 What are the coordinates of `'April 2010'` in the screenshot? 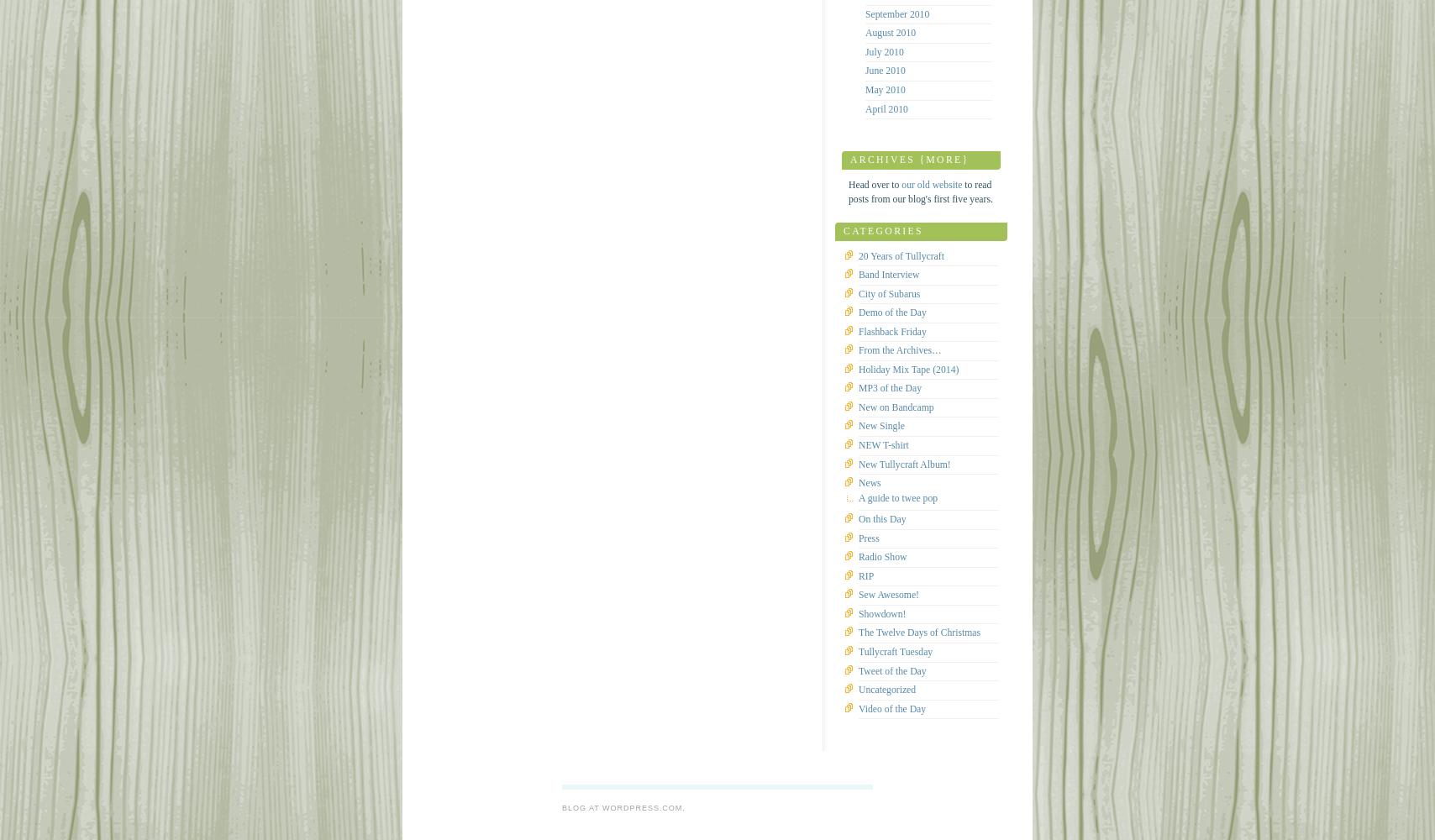 It's located at (886, 108).